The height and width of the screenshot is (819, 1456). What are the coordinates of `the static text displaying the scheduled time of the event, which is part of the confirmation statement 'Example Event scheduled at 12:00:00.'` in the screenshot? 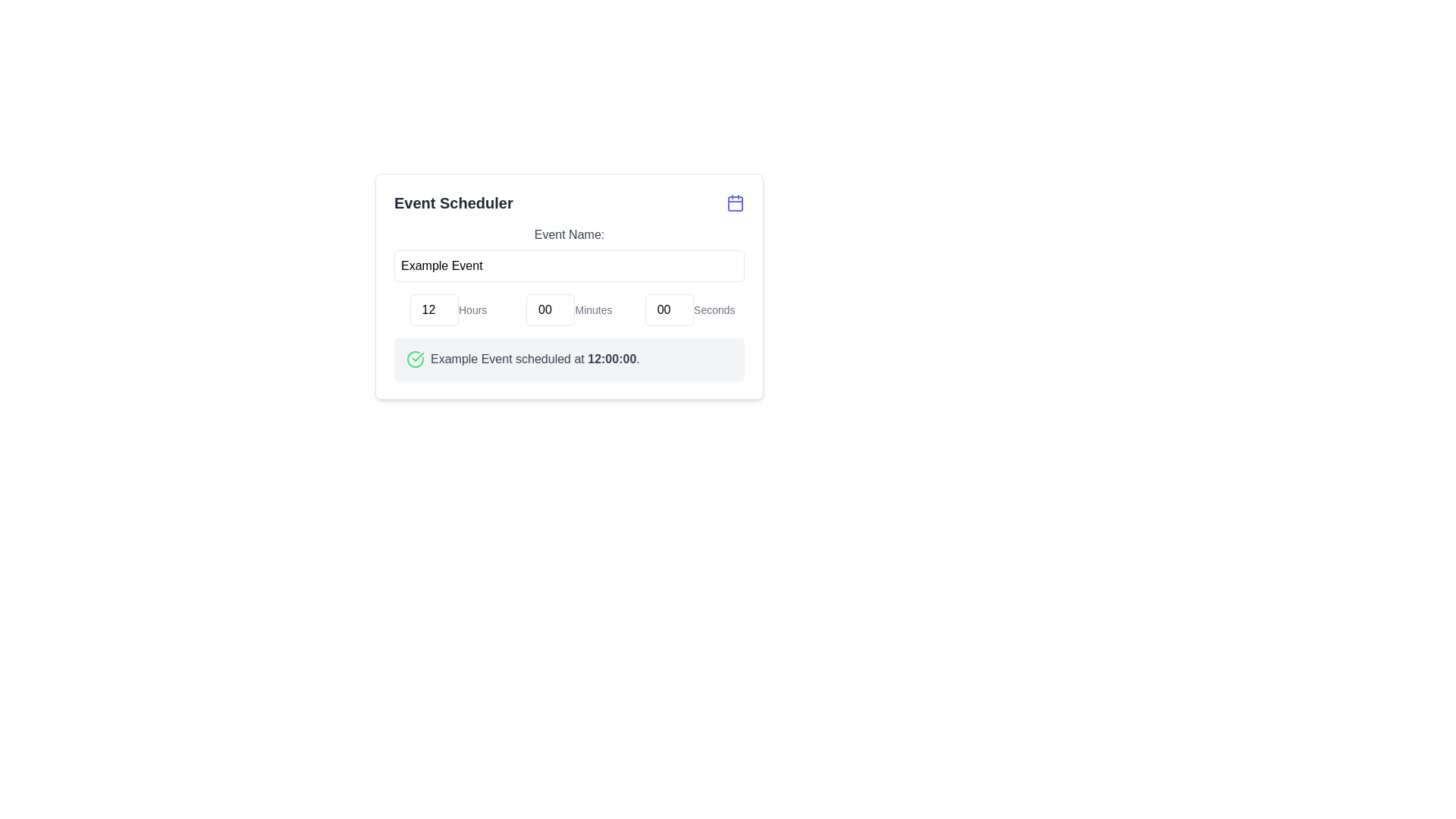 It's located at (612, 359).